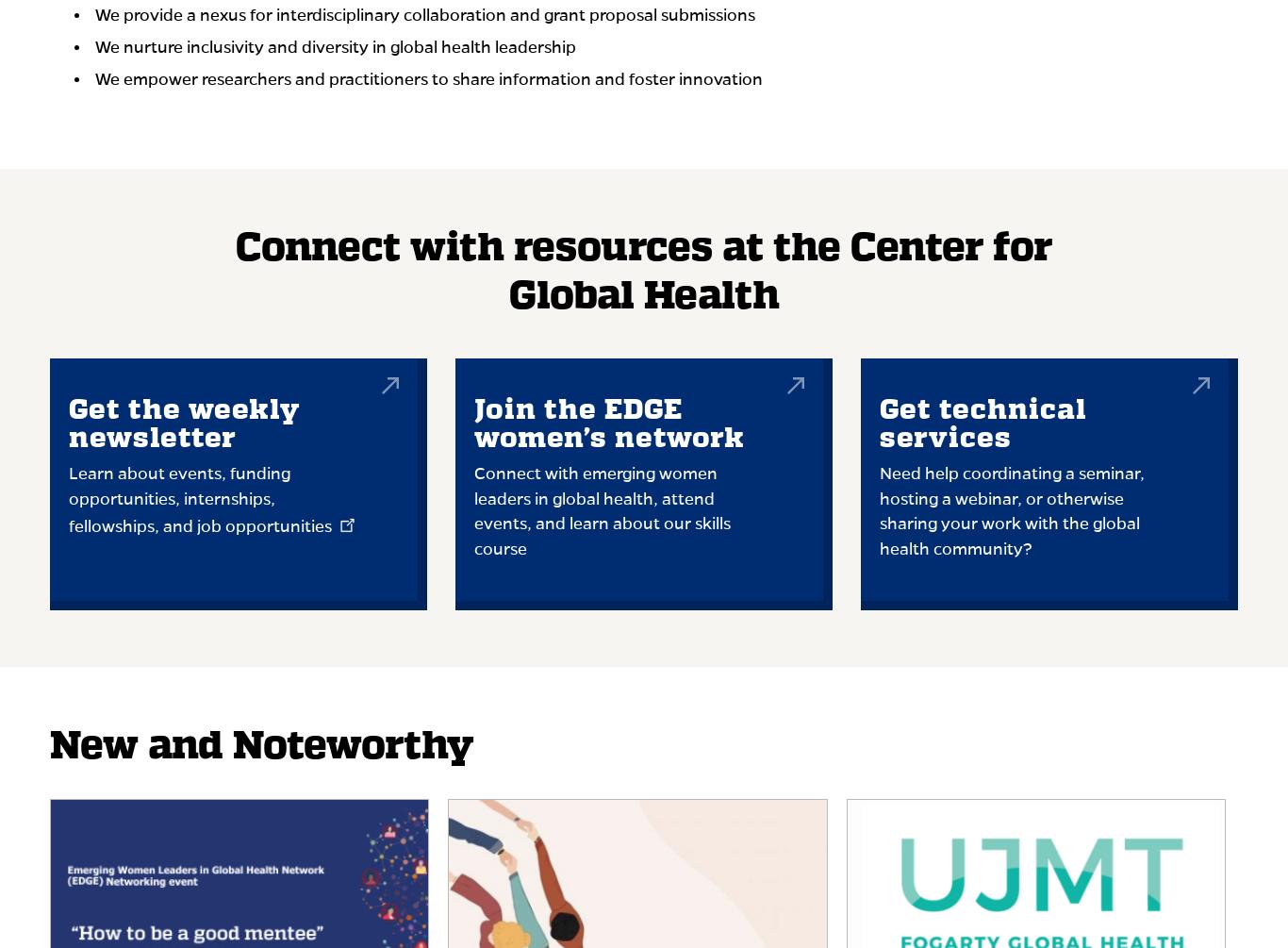 Image resolution: width=1288 pixels, height=948 pixels. What do you see at coordinates (183, 424) in the screenshot?
I see `'Get the weekly newsletter'` at bounding box center [183, 424].